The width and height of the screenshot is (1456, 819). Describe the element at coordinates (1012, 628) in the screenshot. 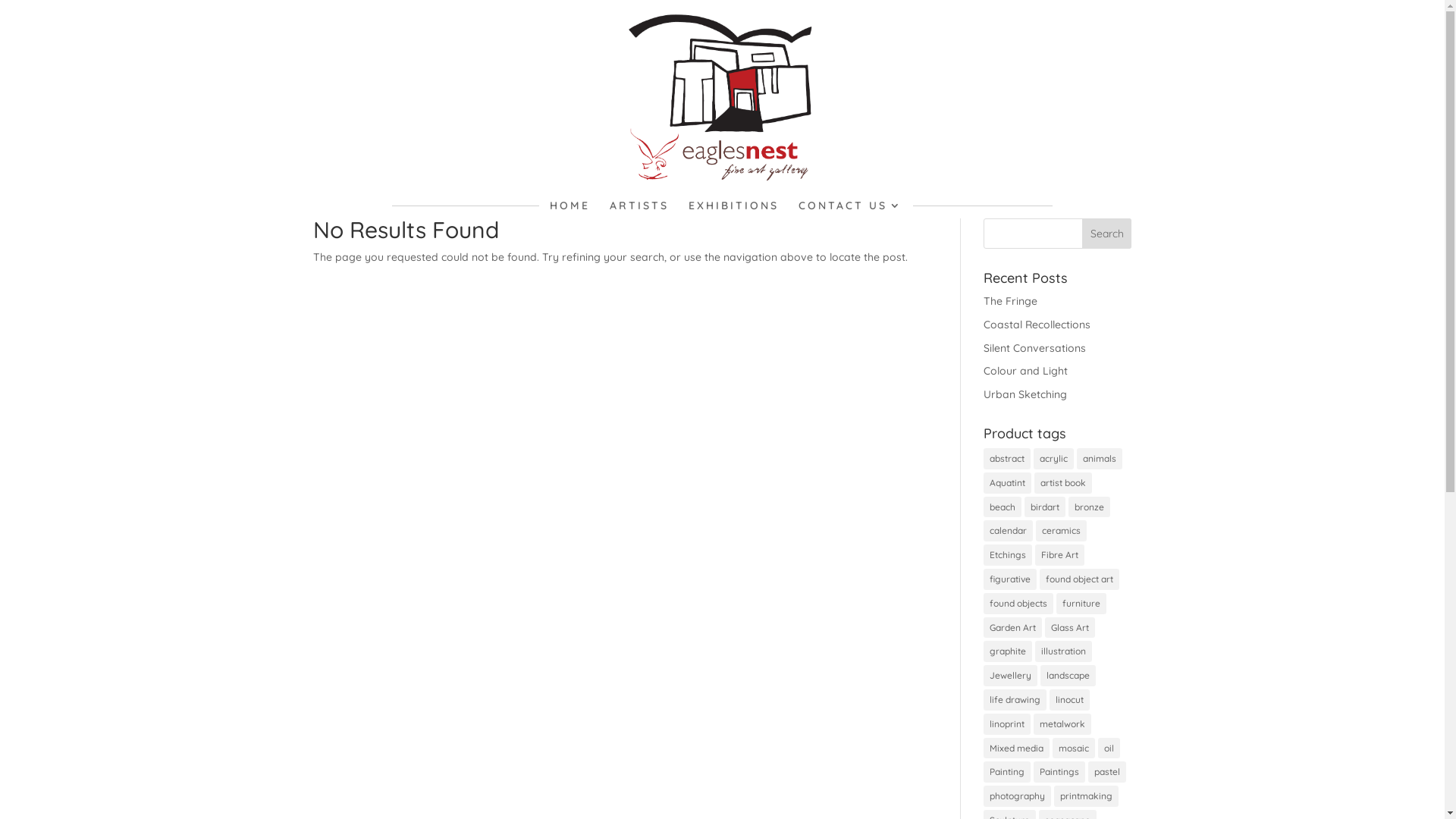

I see `'Garden Art'` at that location.